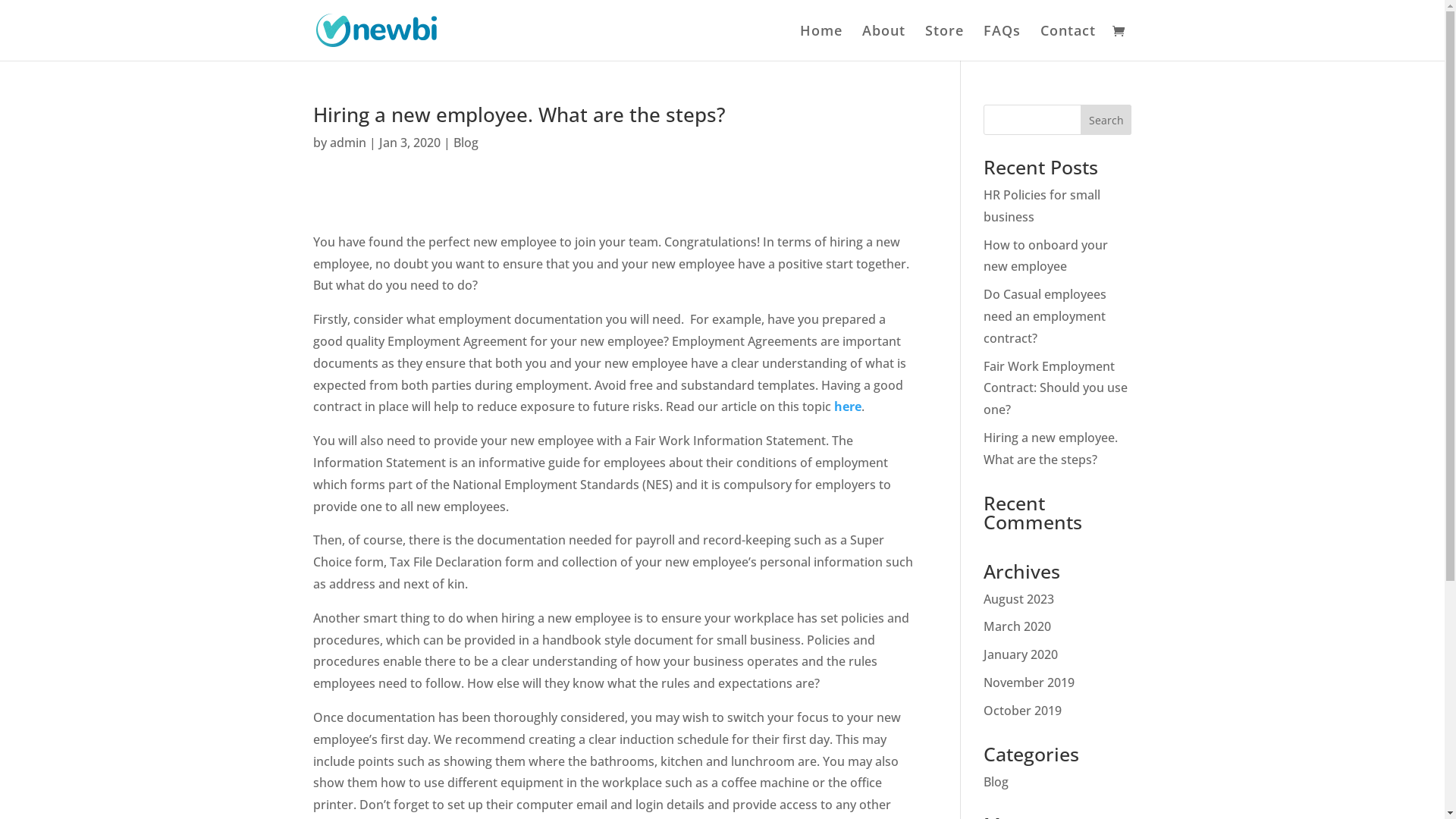 This screenshot has height=819, width=1456. What do you see at coordinates (1029, 681) in the screenshot?
I see `'November 2019'` at bounding box center [1029, 681].